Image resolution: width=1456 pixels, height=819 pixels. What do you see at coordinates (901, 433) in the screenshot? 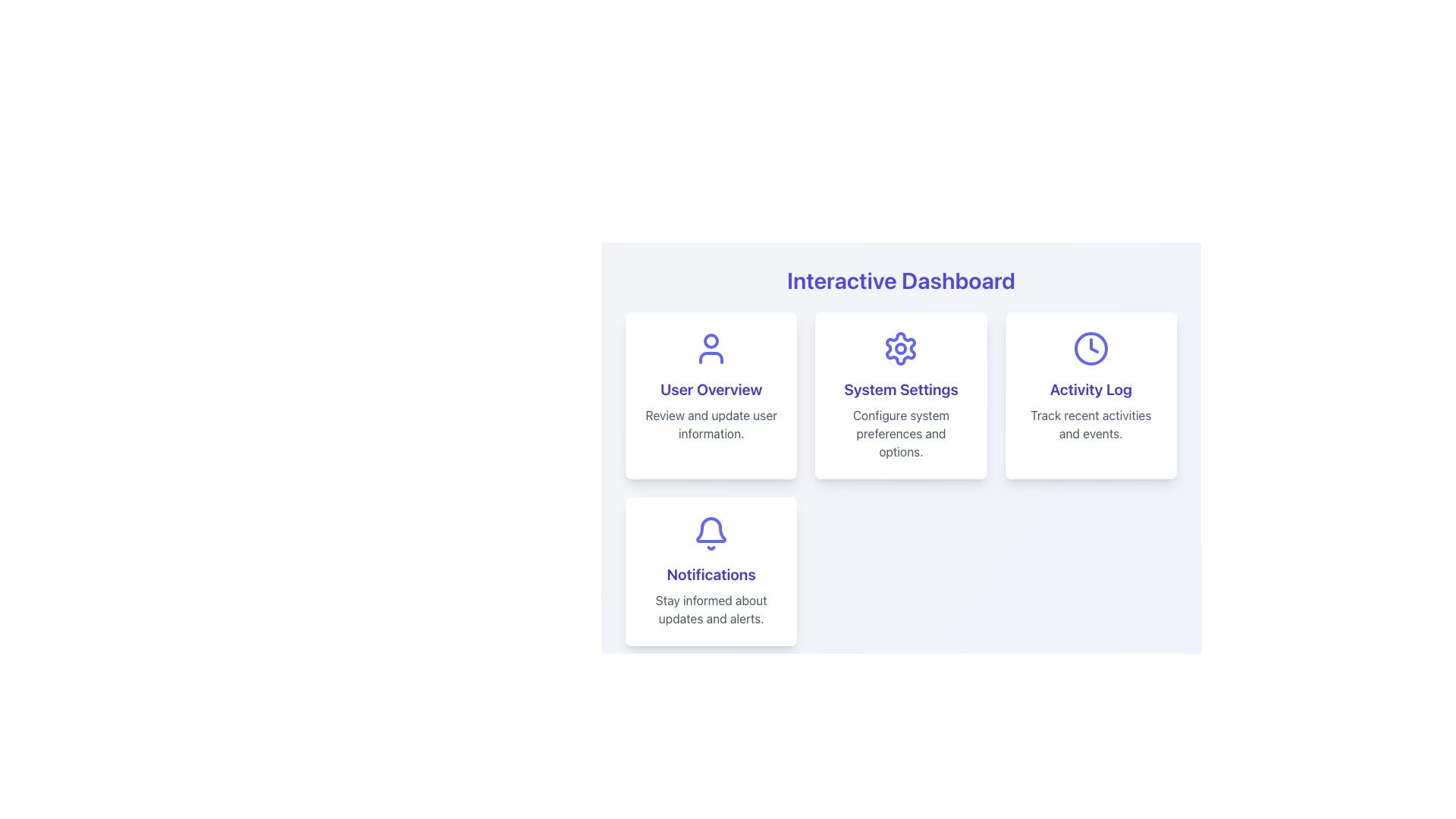
I see `the static text element that reads 'Configure system preferences and options.' located below the heading 'System Settings' within the card for 'System Settings'` at bounding box center [901, 433].